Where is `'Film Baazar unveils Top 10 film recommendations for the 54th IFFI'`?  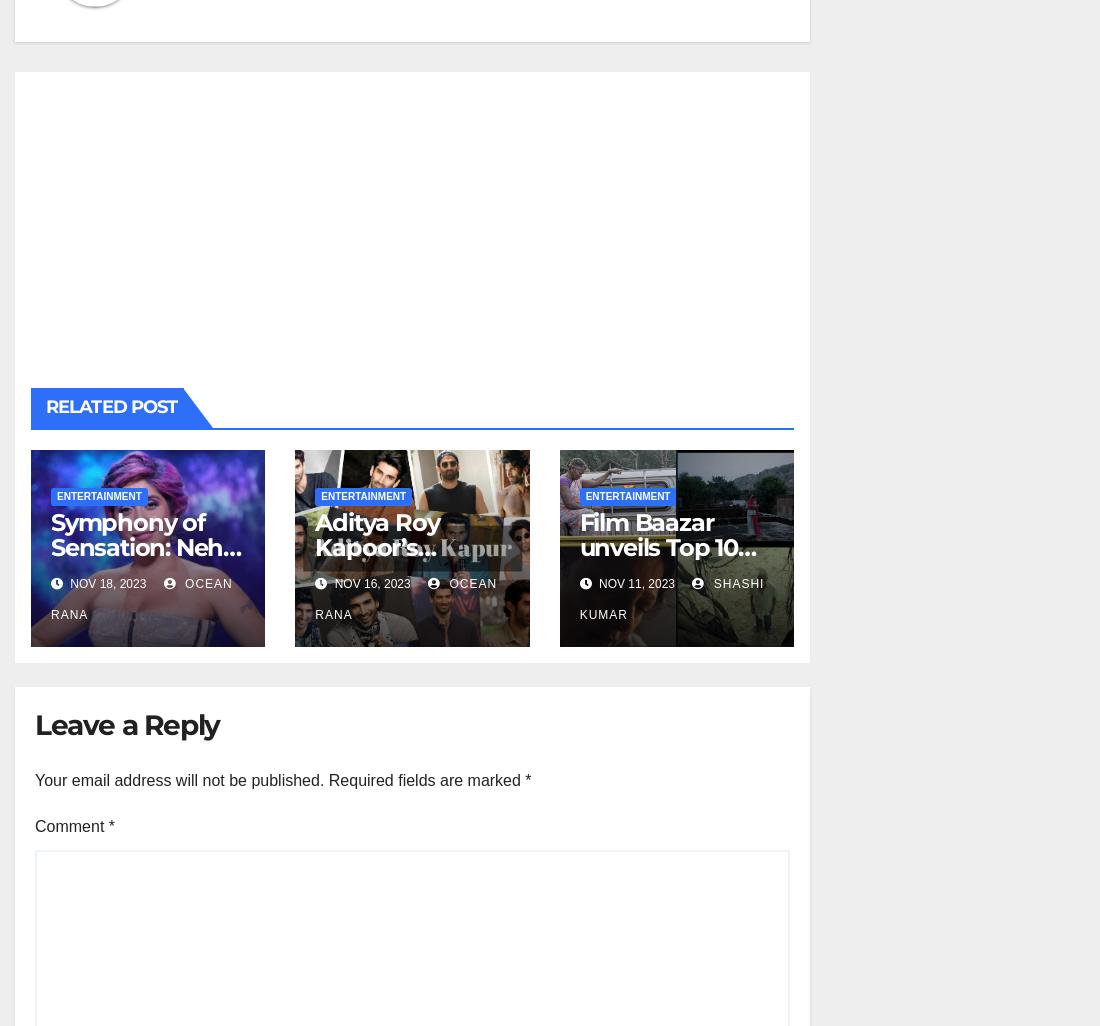 'Film Baazar unveils Top 10 film recommendations for the 54th IFFI' is located at coordinates (672, 582).